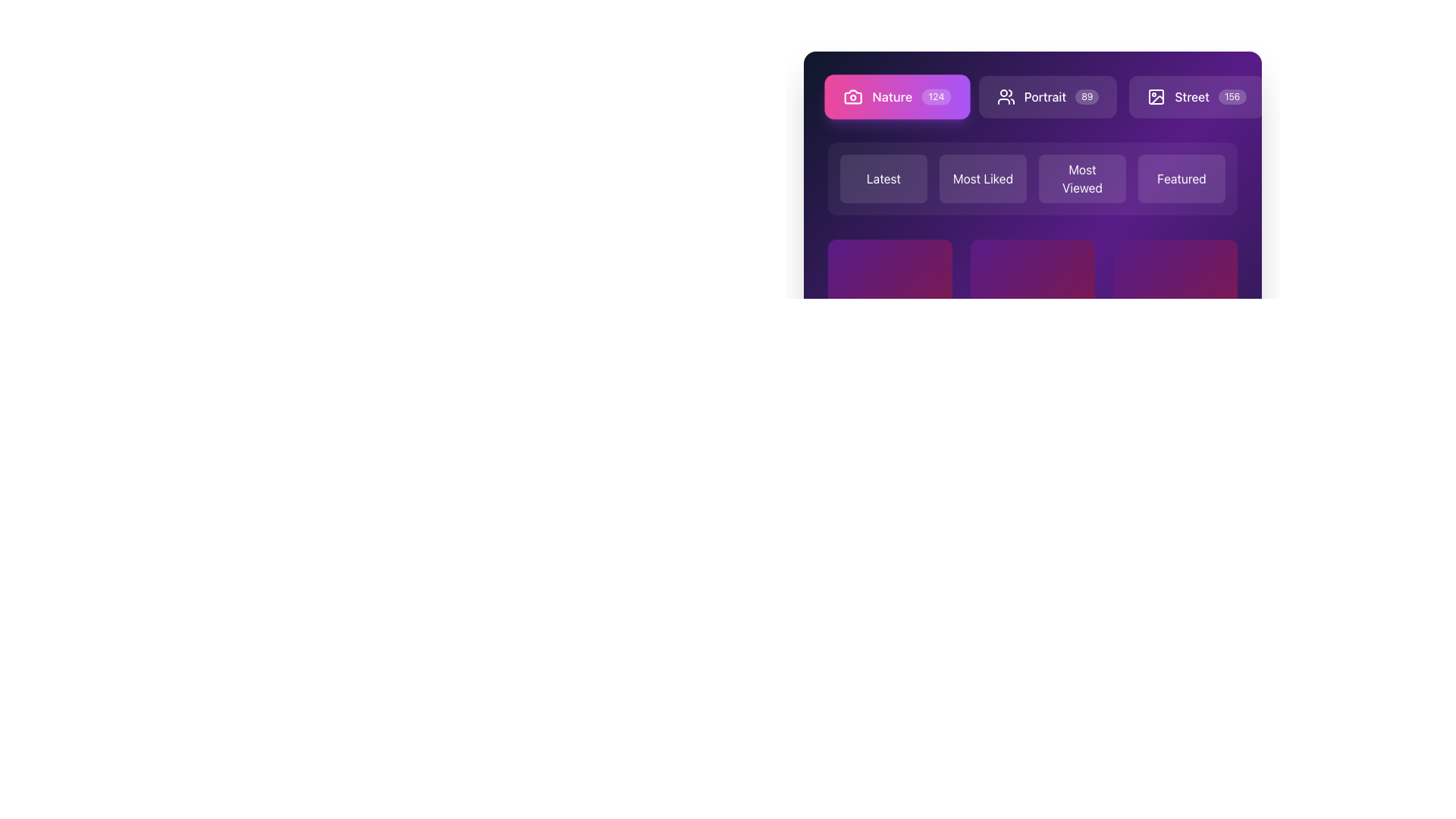 The height and width of the screenshot is (819, 1456). I want to click on the Count badge located to the right of the 'Street' button in the top-right corner of the interface, so click(1232, 96).